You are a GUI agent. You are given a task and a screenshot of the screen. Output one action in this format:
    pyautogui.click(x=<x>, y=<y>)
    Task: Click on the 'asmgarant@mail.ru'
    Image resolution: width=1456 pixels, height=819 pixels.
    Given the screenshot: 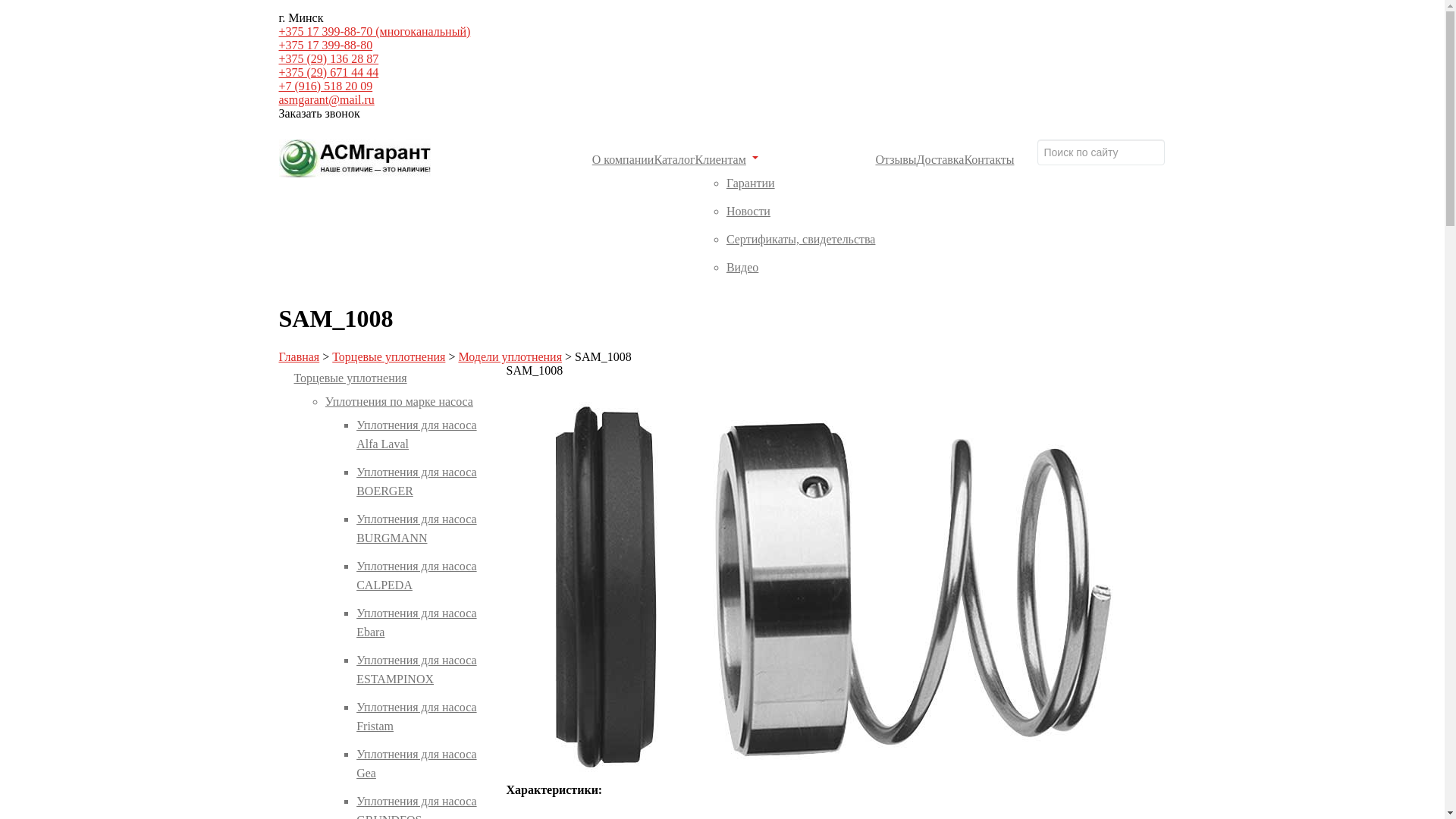 What is the action you would take?
    pyautogui.click(x=326, y=99)
    